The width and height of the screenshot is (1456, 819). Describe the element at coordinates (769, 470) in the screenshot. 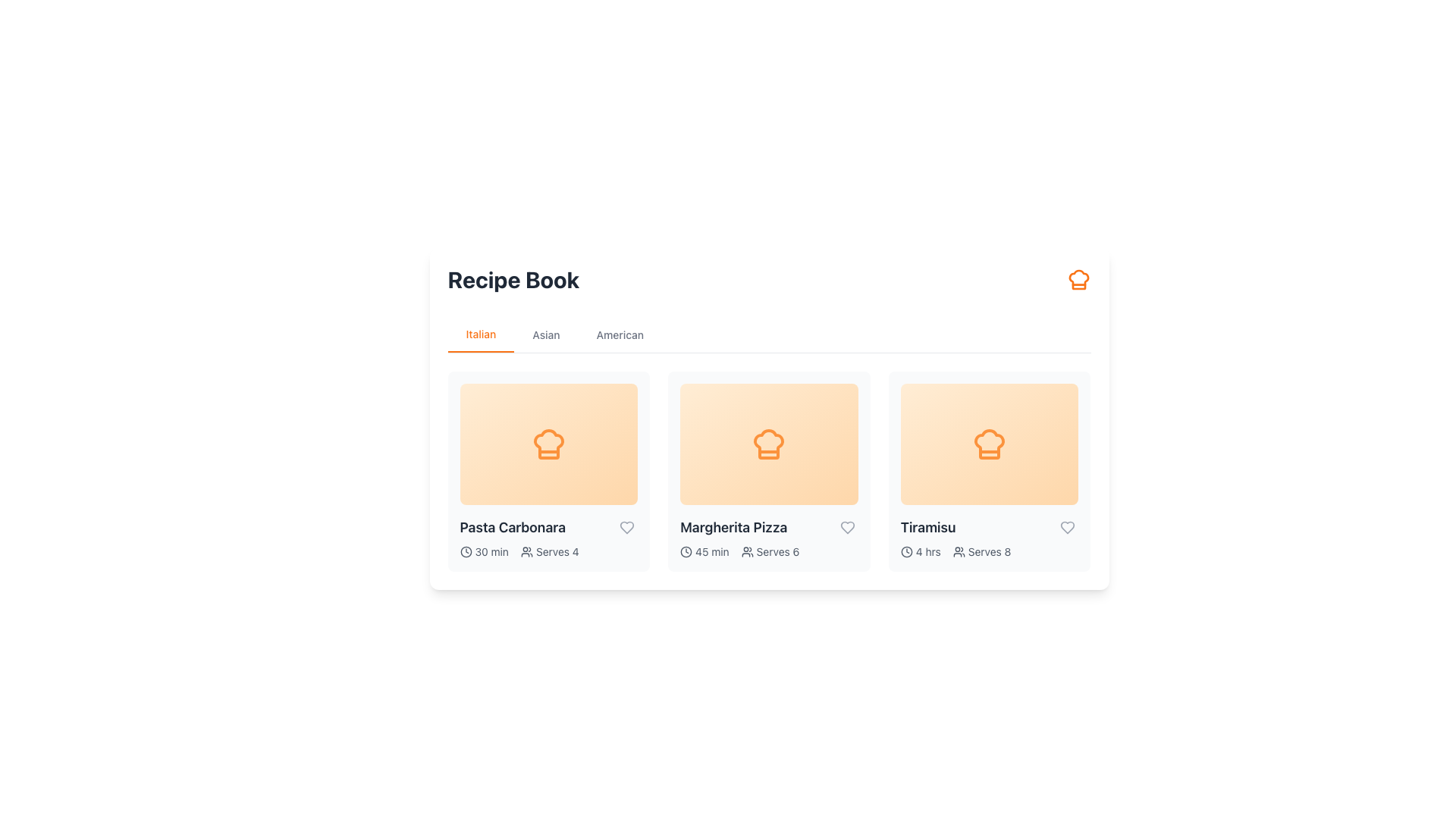

I see `the Margherita Pizza card in the Recipe Book section` at that location.